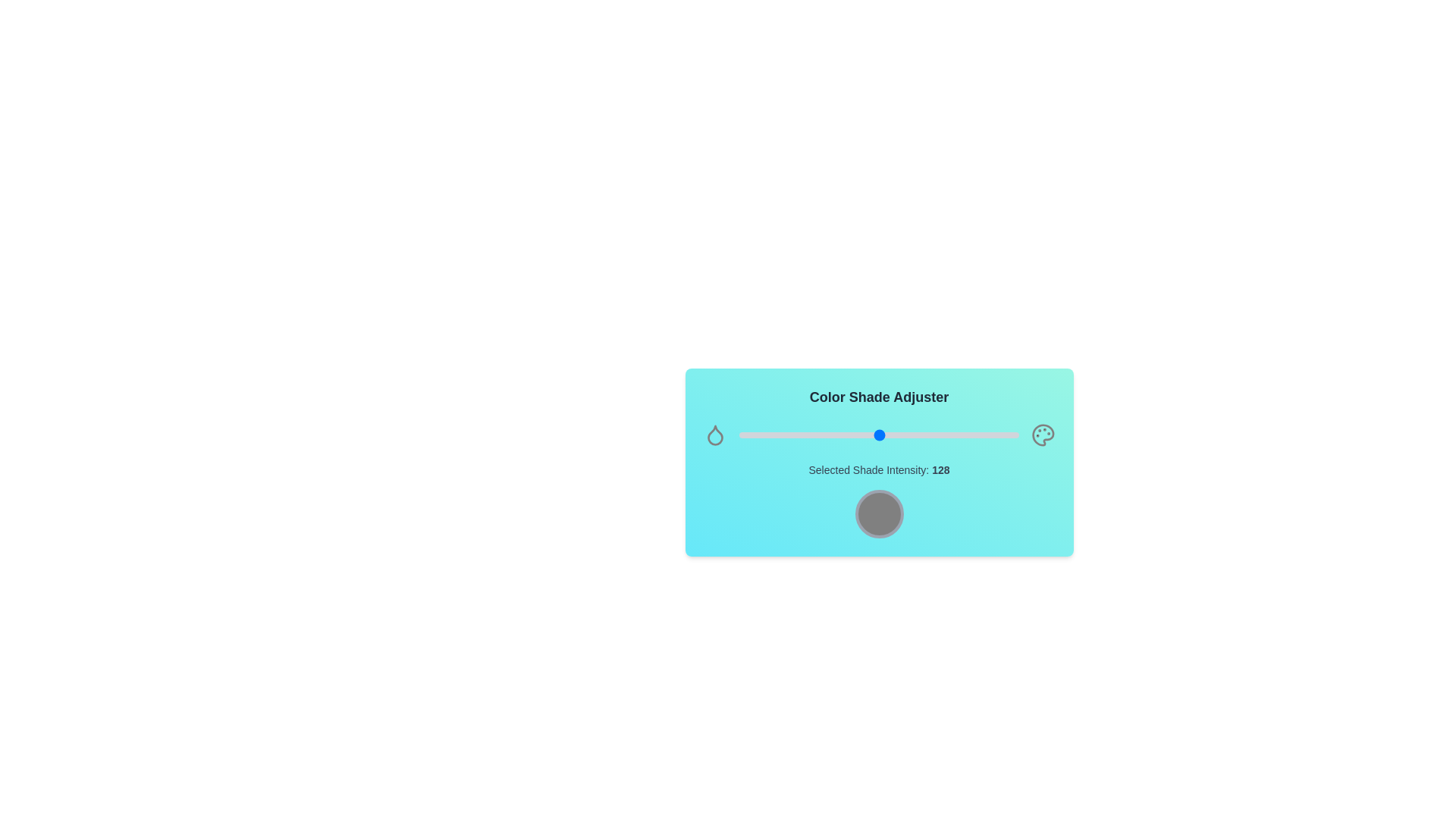 Image resolution: width=1456 pixels, height=819 pixels. I want to click on the shade intensity to 54 using the slider, so click(798, 435).